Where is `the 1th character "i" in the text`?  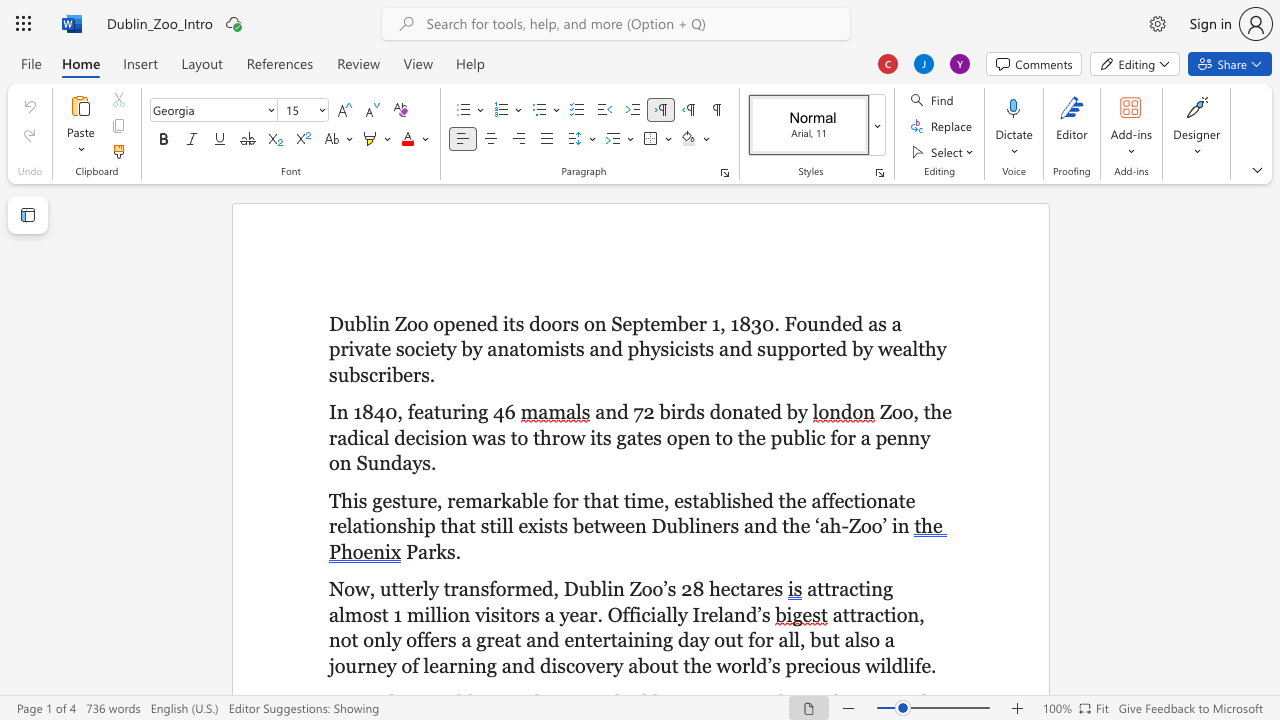
the 1th character "i" in the text is located at coordinates (462, 411).